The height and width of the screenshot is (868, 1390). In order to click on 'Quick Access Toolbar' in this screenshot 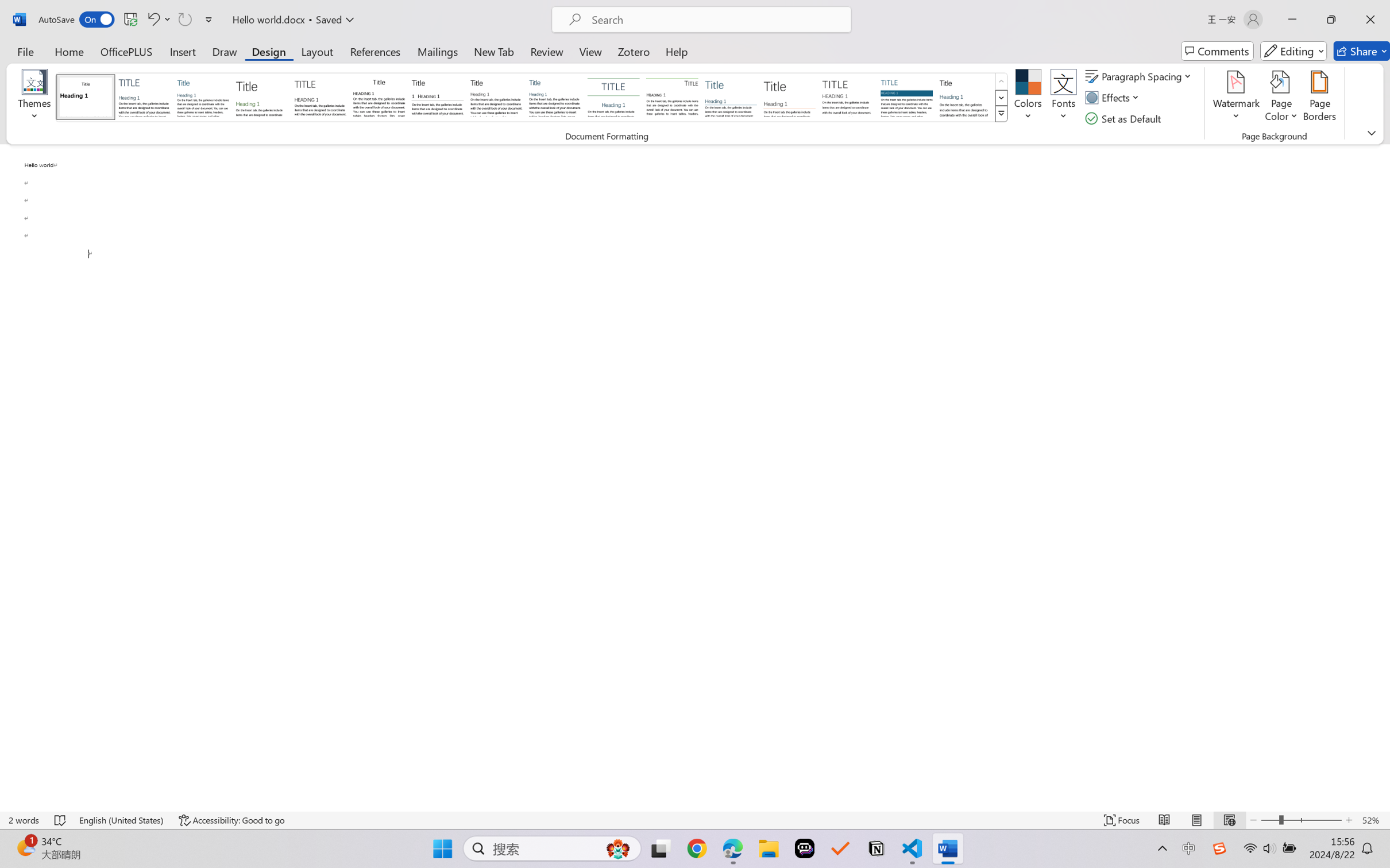, I will do `click(128, 19)`.